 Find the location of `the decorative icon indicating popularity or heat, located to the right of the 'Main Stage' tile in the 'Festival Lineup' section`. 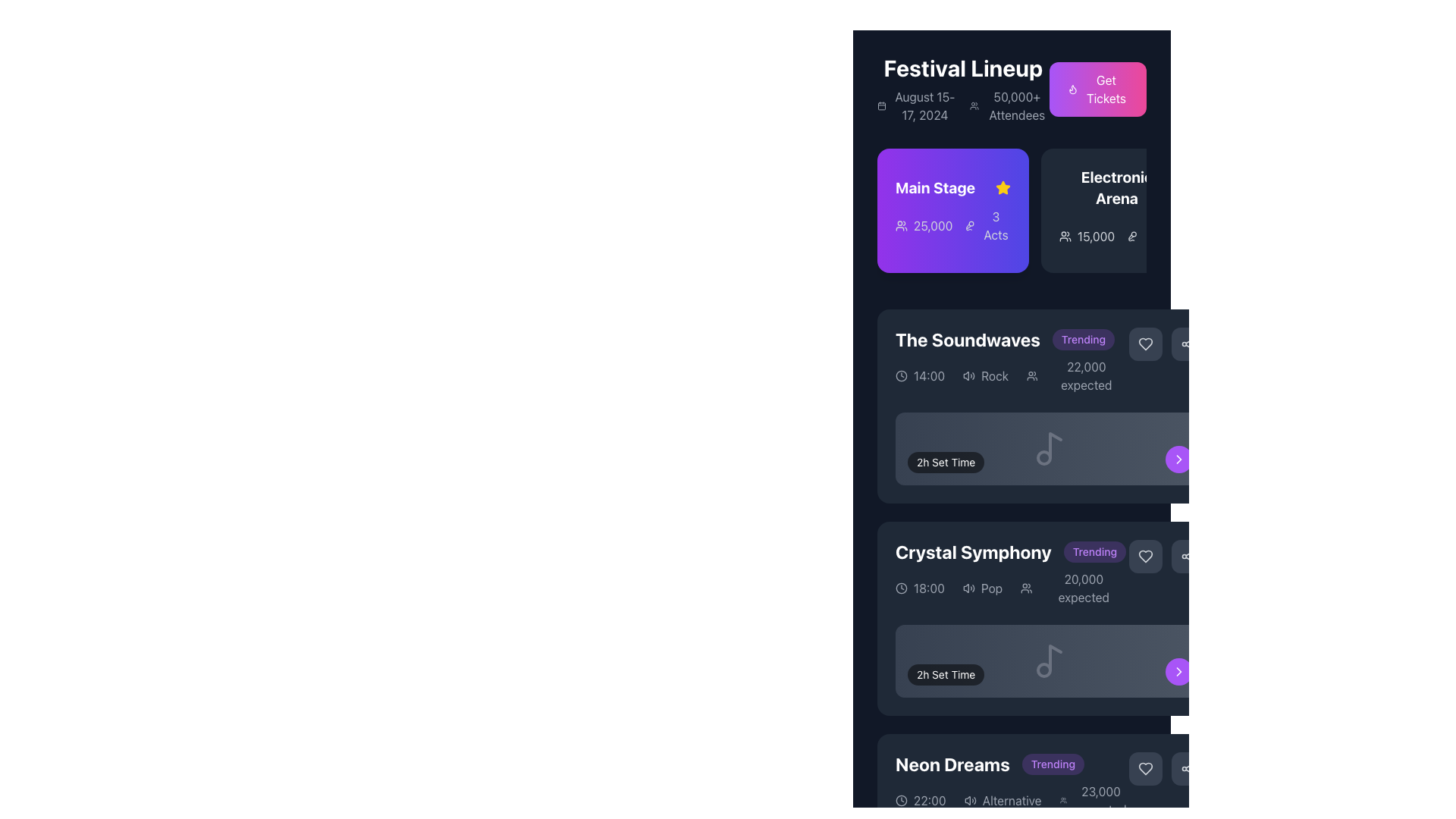

the decorative icon indicating popularity or heat, located to the right of the 'Main Stage' tile in the 'Festival Lineup' section is located at coordinates (1072, 89).